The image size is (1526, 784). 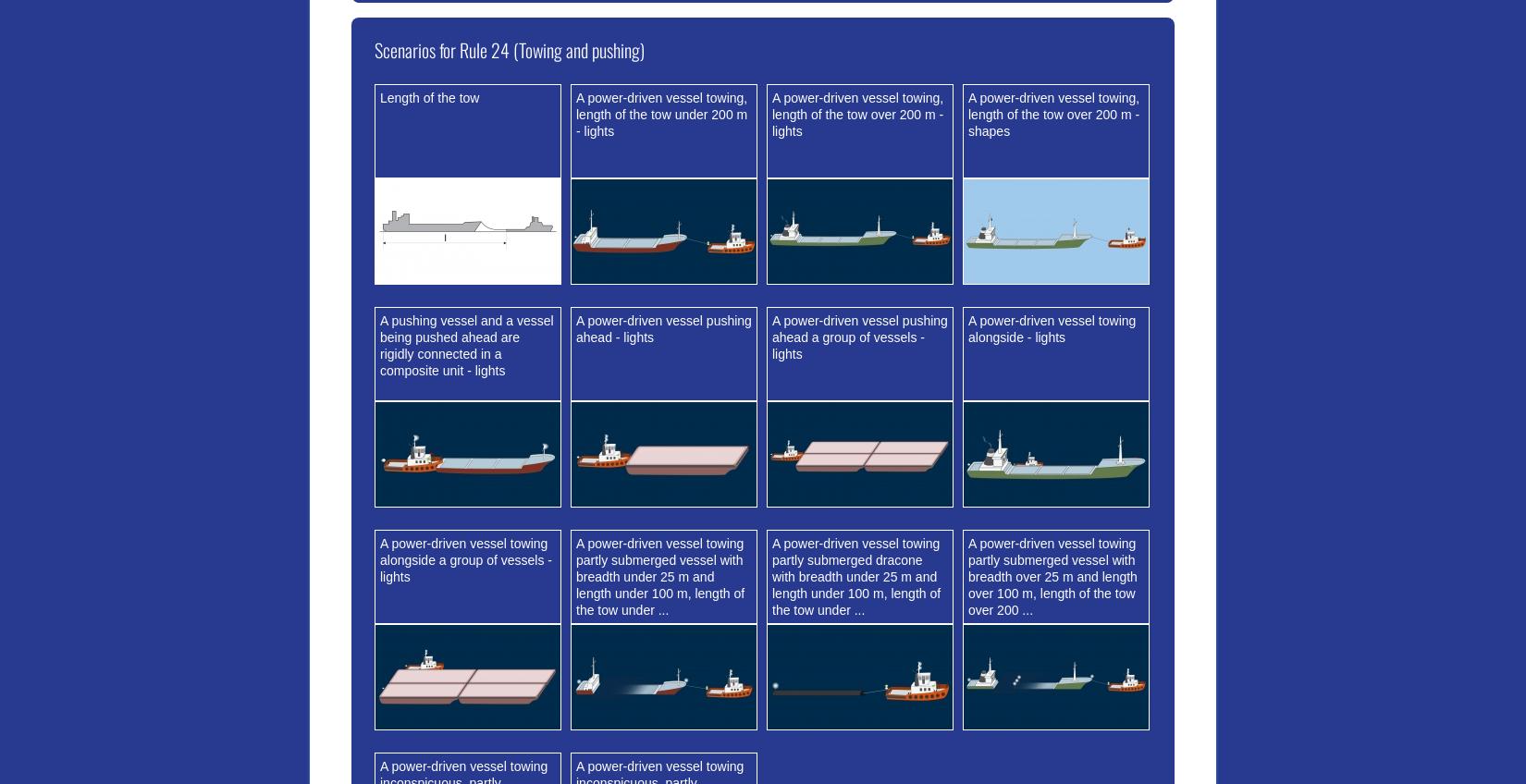 What do you see at coordinates (1052, 576) in the screenshot?
I see `'A power-driven vessel towing partly submerged vessel with breadth over 25 m and length over 100 m, length of the tow over 200 ...'` at bounding box center [1052, 576].